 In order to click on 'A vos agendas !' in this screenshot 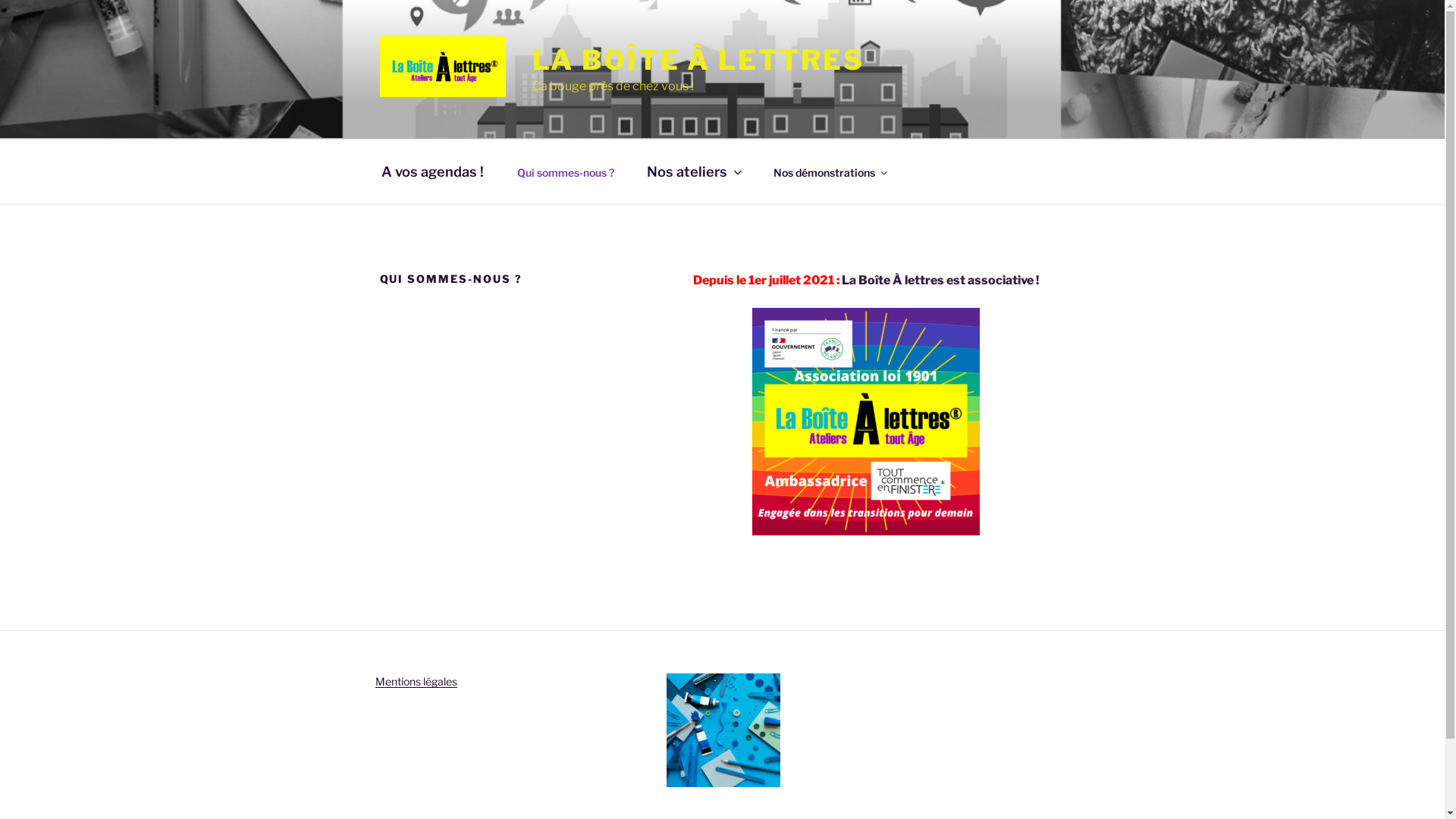, I will do `click(364, 171)`.